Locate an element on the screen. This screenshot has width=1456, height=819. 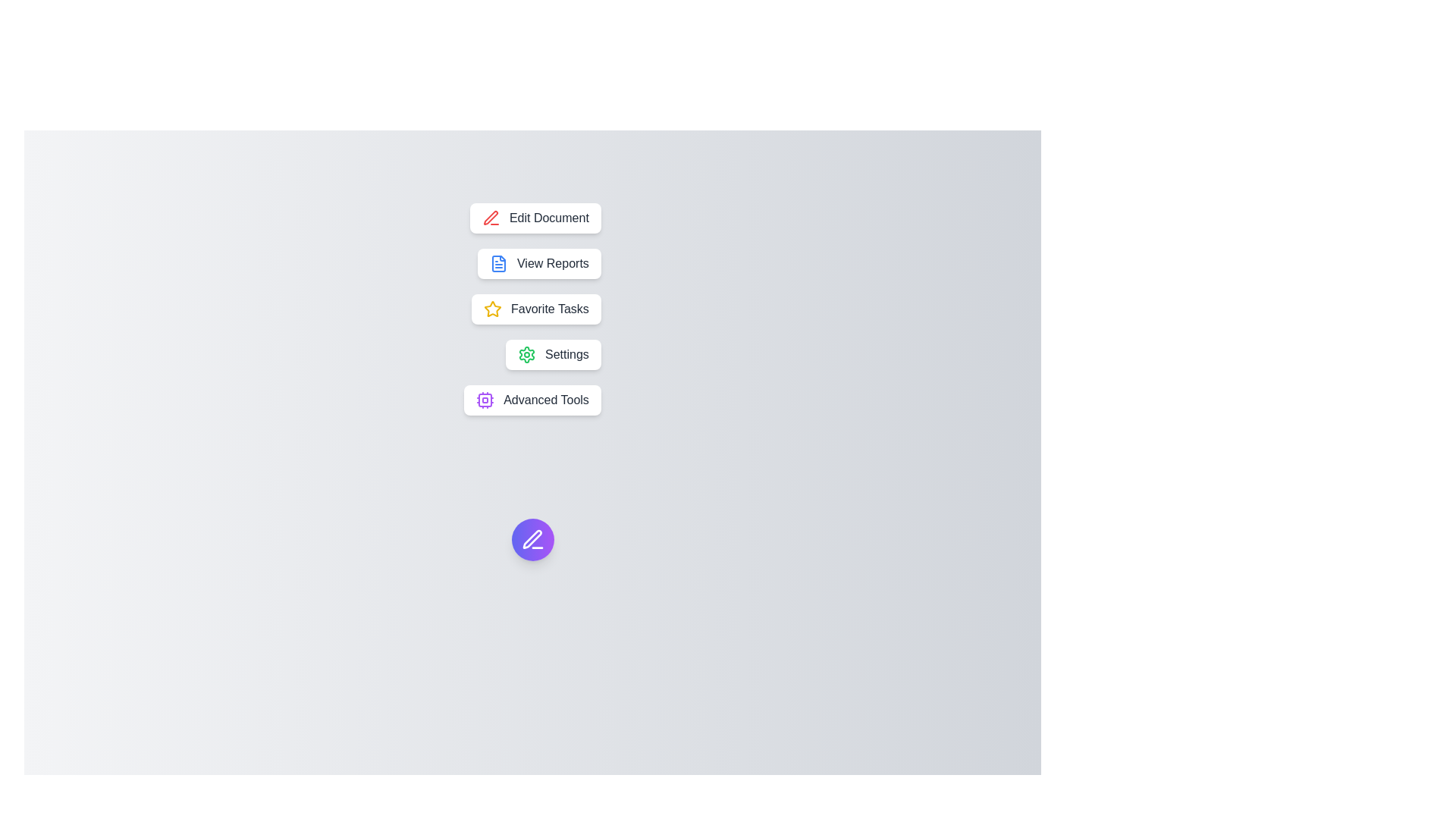
the 'Settings' button to select it is located at coordinates (552, 354).